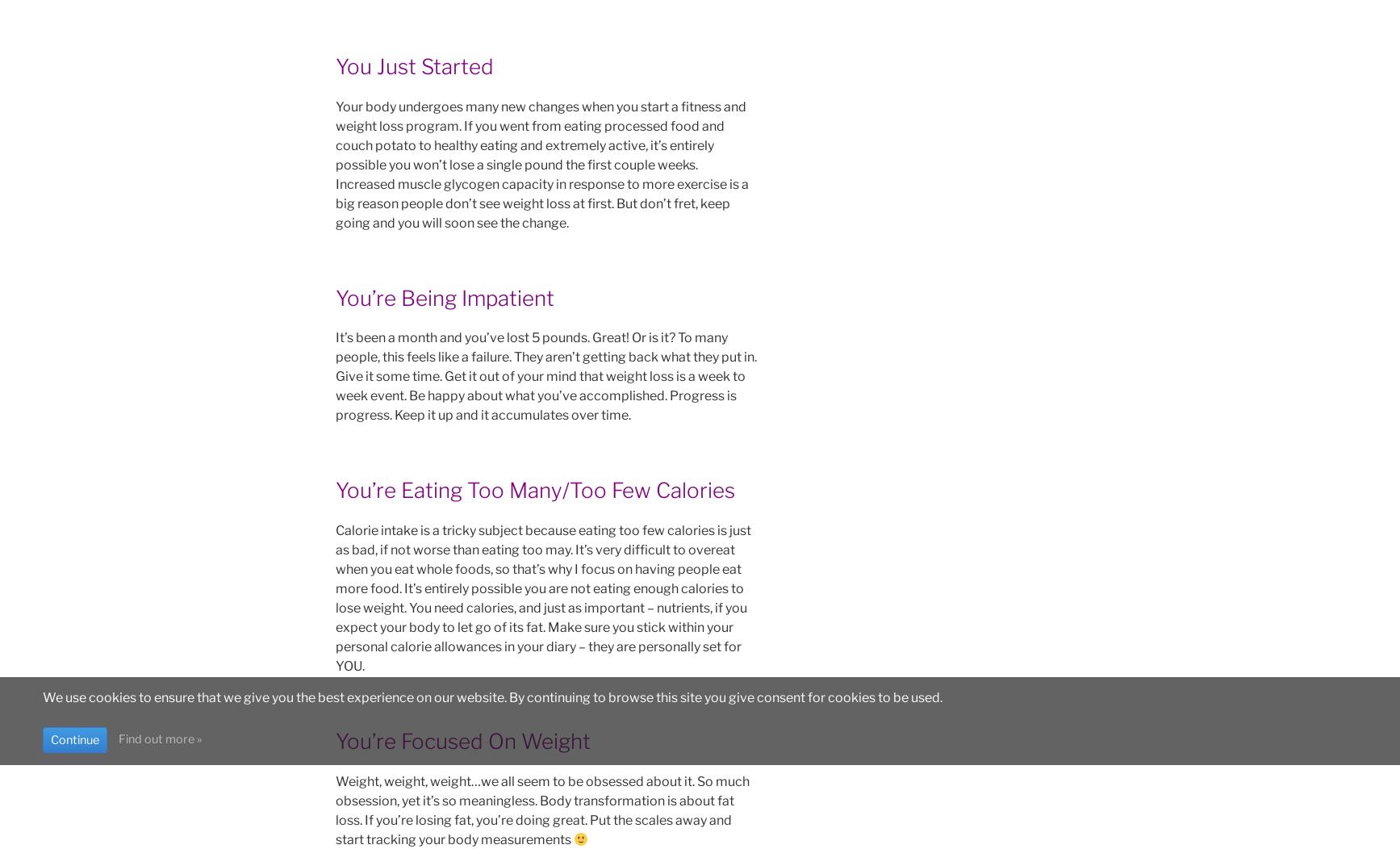  I want to click on 'Continue', so click(73, 738).